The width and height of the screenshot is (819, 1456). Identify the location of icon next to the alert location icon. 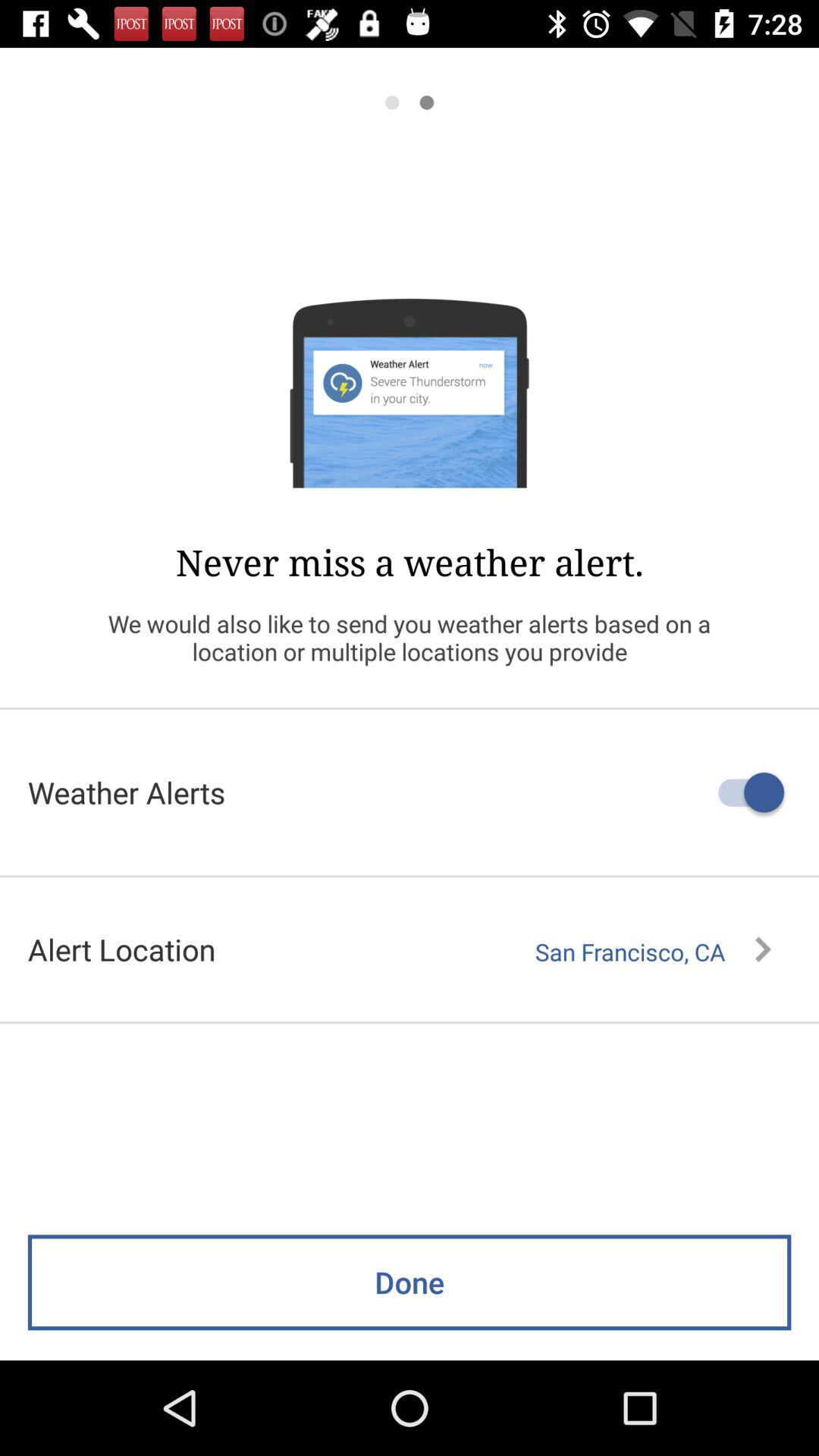
(652, 951).